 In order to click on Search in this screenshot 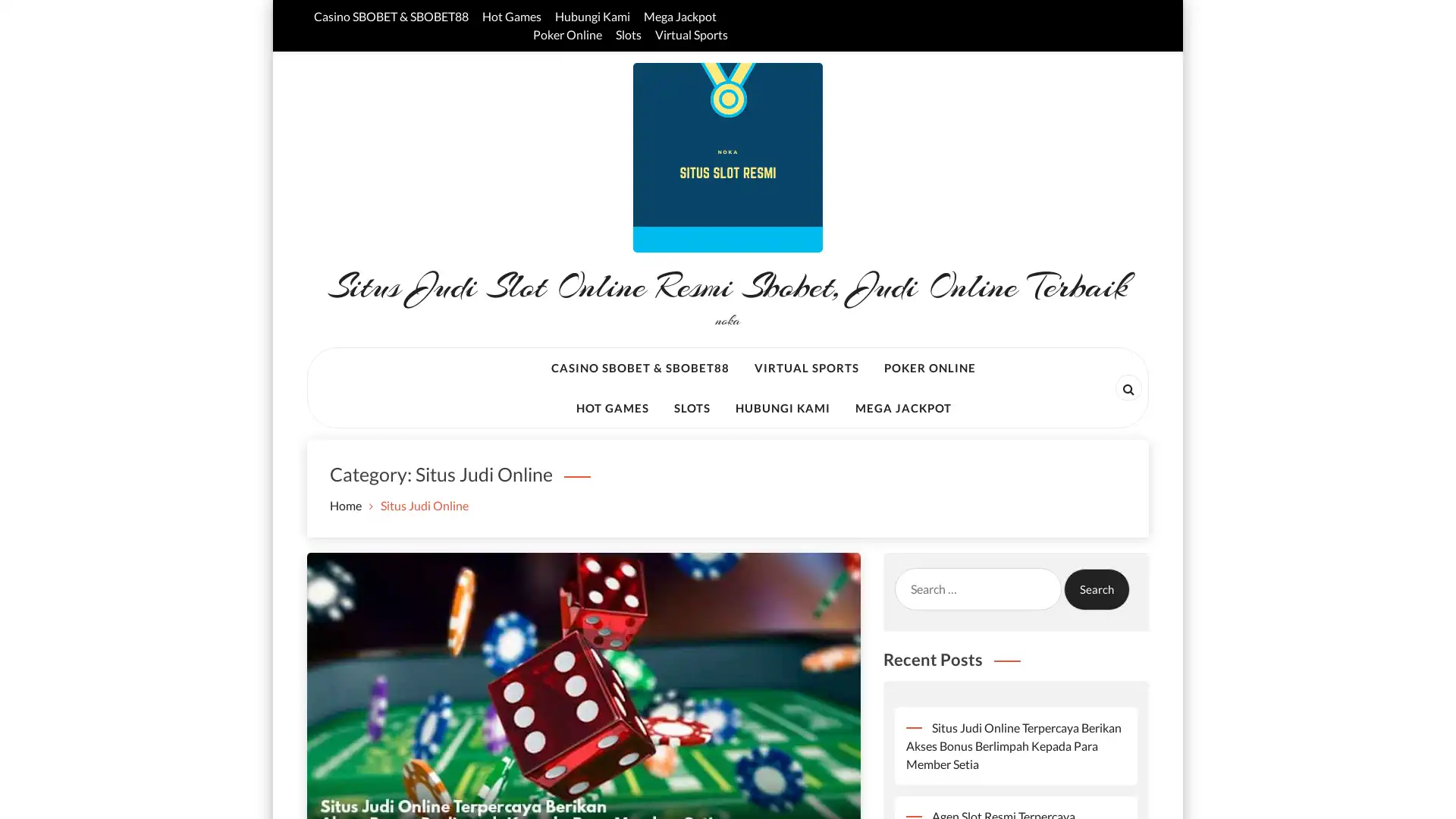, I will do `click(1097, 588)`.